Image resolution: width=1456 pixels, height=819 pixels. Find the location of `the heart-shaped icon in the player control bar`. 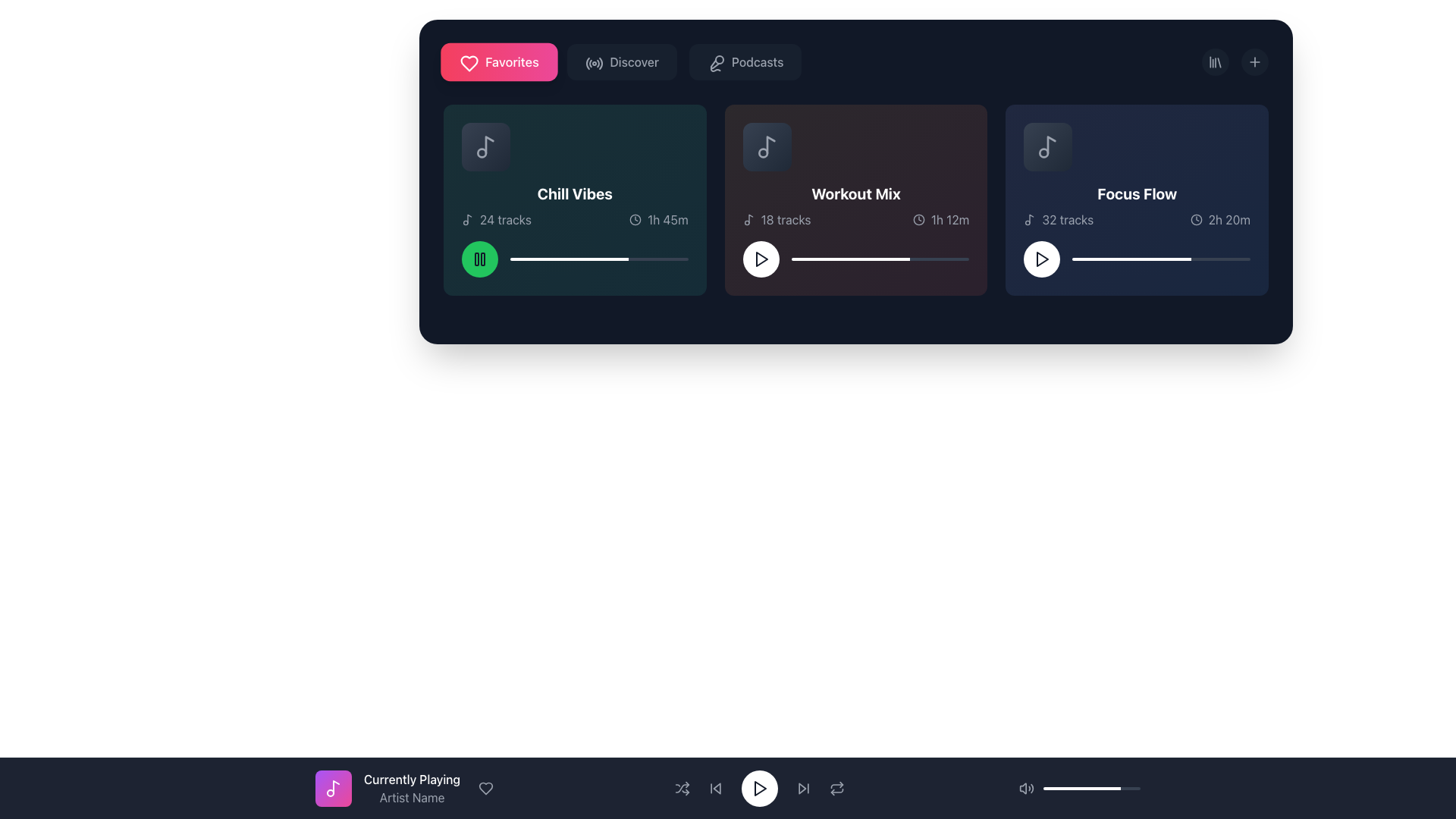

the heart-shaped icon in the player control bar is located at coordinates (486, 788).